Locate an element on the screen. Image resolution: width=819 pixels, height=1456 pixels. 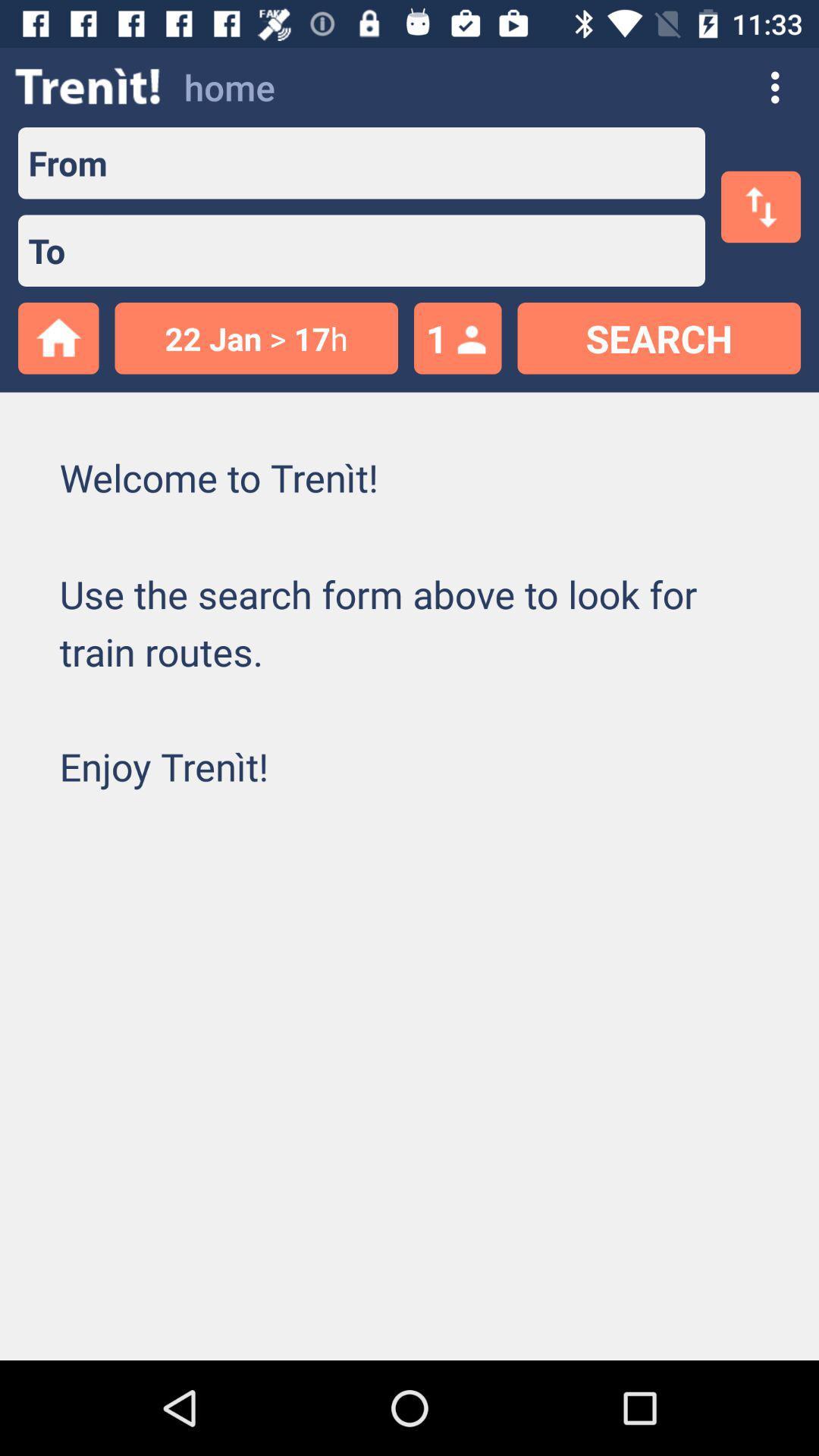
space to enter mail address is located at coordinates (405, 250).